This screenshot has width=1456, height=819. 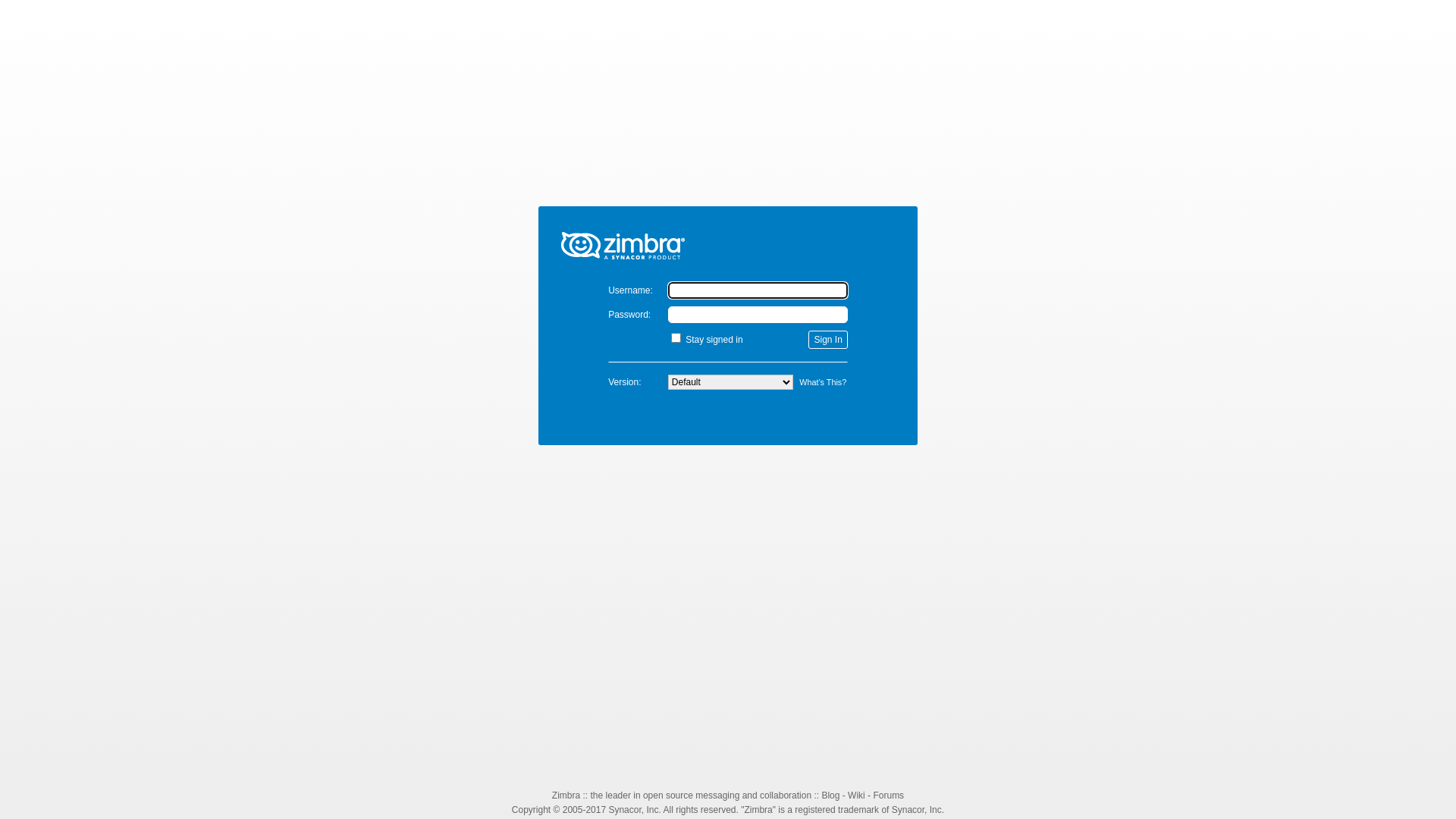 I want to click on 'Blog', so click(x=829, y=795).